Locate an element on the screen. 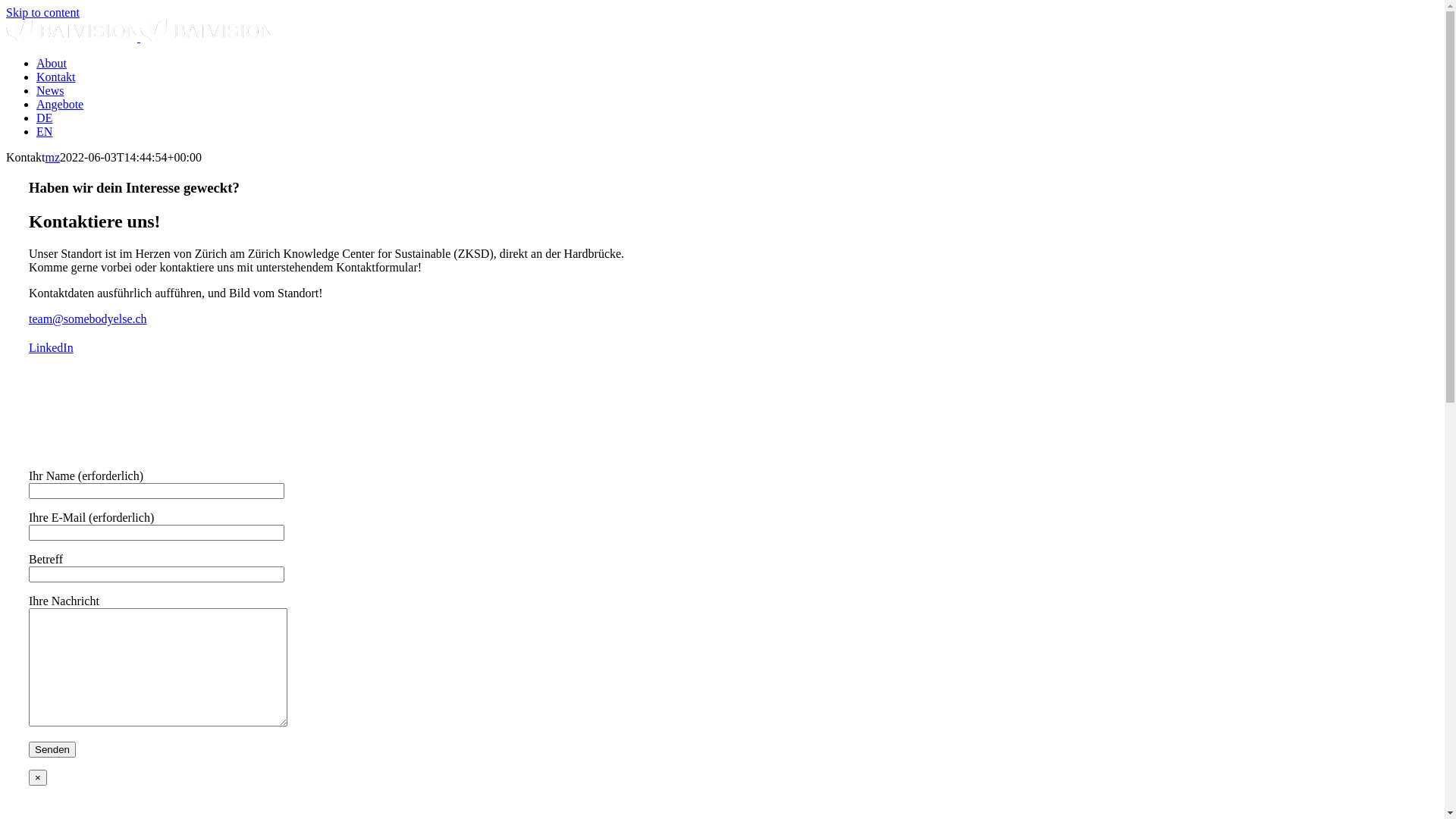 The height and width of the screenshot is (819, 1456). 'EN' is located at coordinates (36, 130).